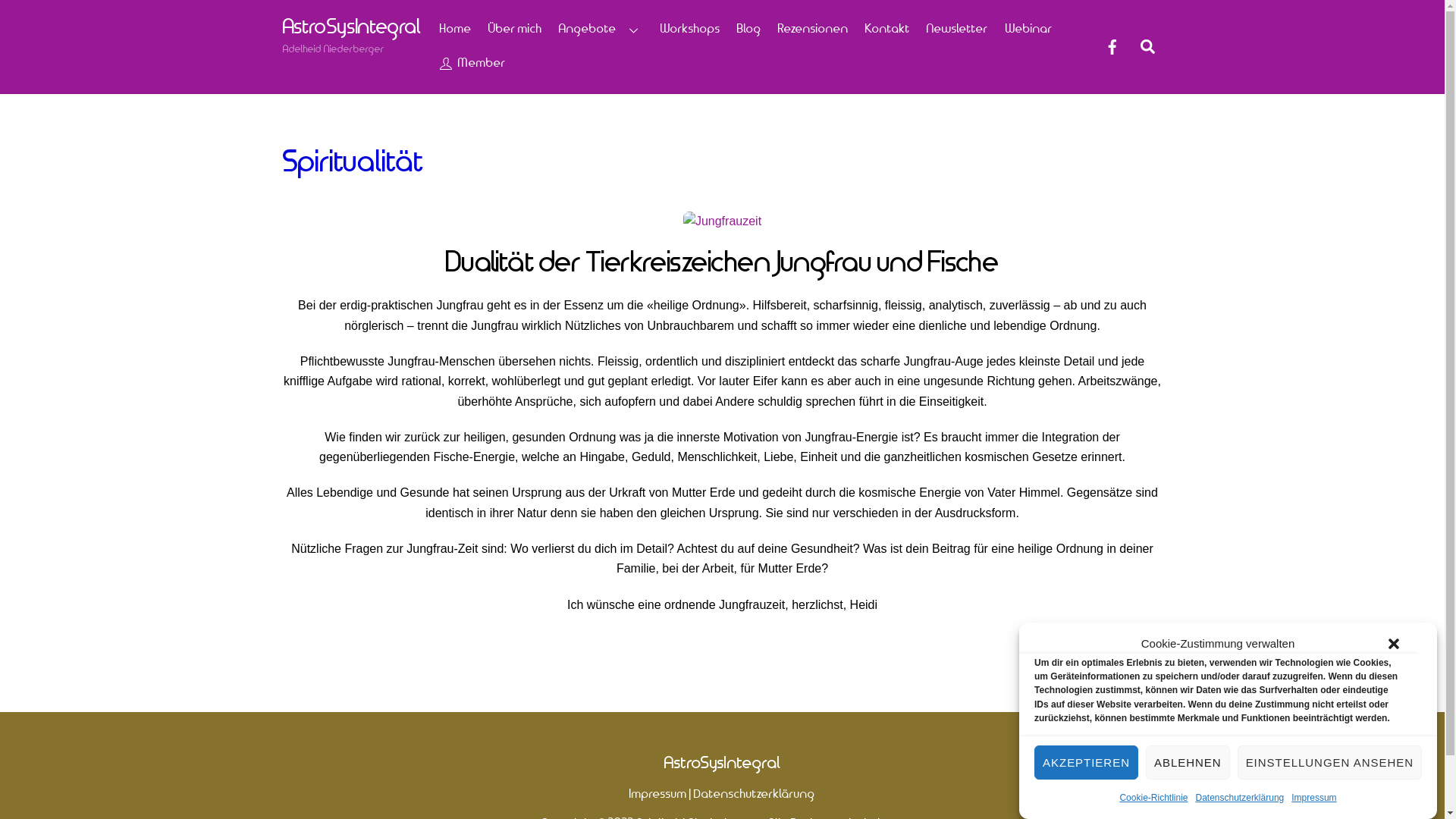 Image resolution: width=1456 pixels, height=819 pixels. I want to click on 'Kontakt', so click(888, 29).